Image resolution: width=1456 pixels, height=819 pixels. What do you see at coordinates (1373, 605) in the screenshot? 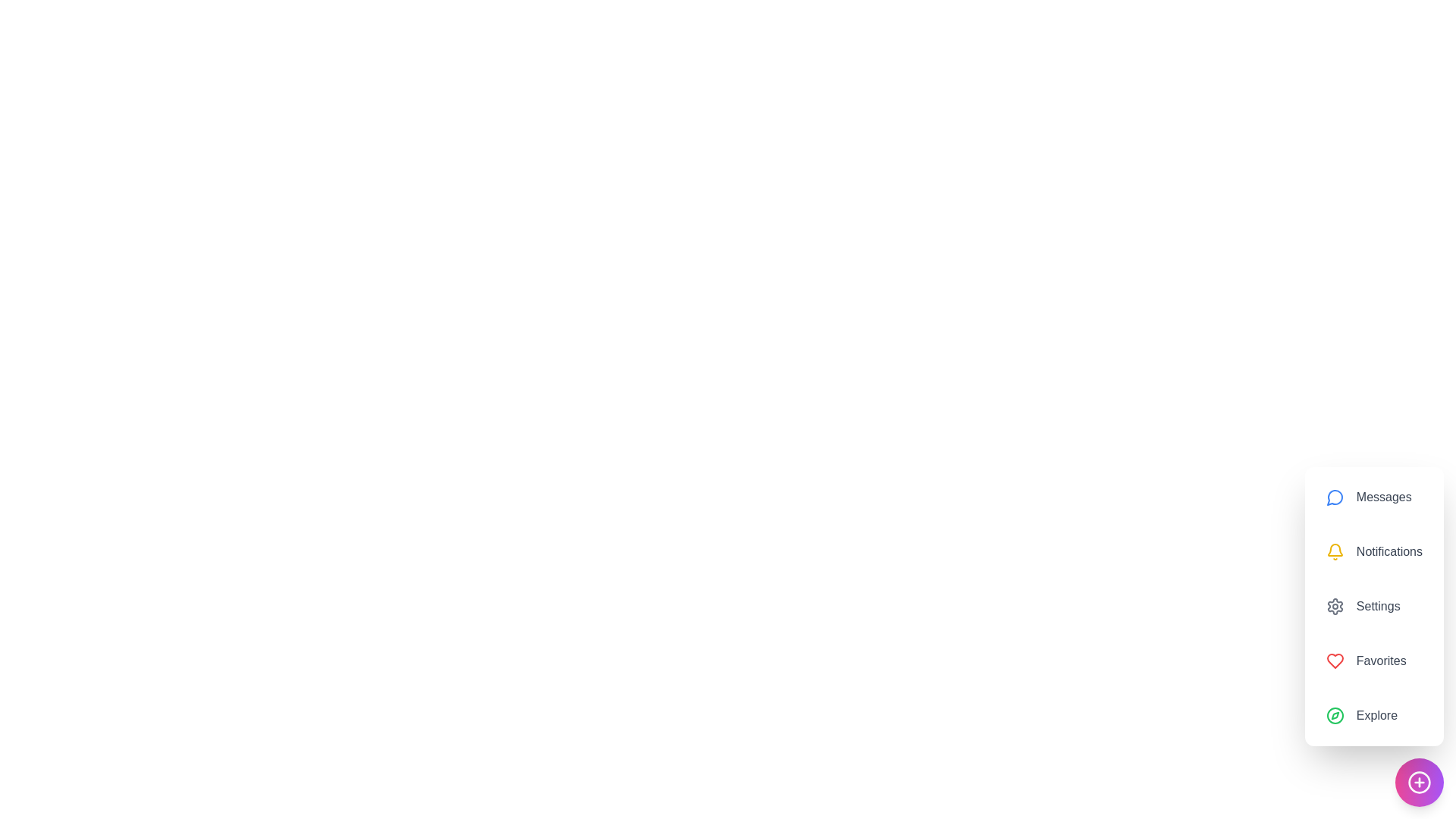
I see `the 'Settings' option in the DashboardAssistant component` at bounding box center [1373, 605].